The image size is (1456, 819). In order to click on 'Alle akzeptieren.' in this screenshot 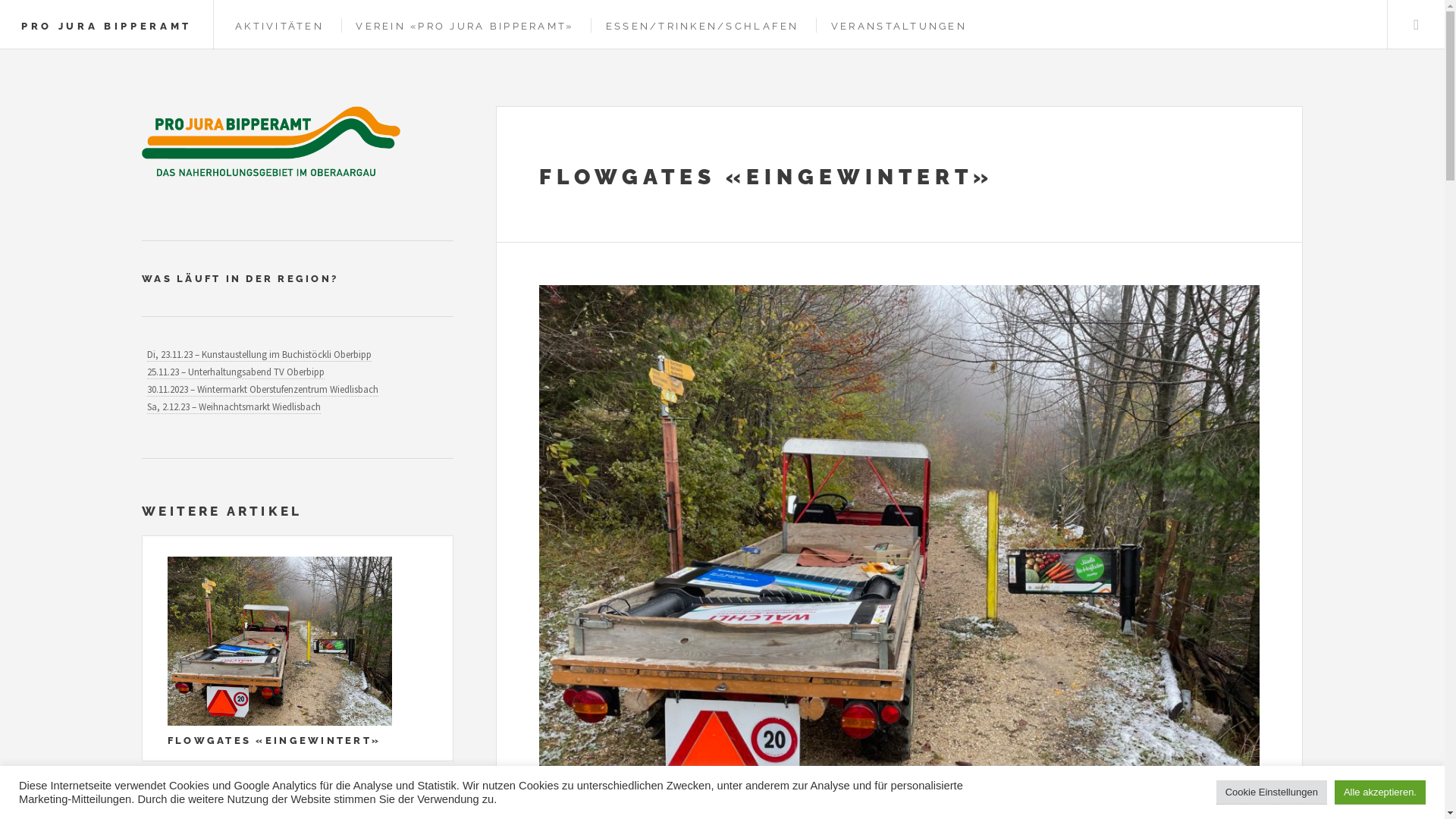, I will do `click(1335, 792)`.